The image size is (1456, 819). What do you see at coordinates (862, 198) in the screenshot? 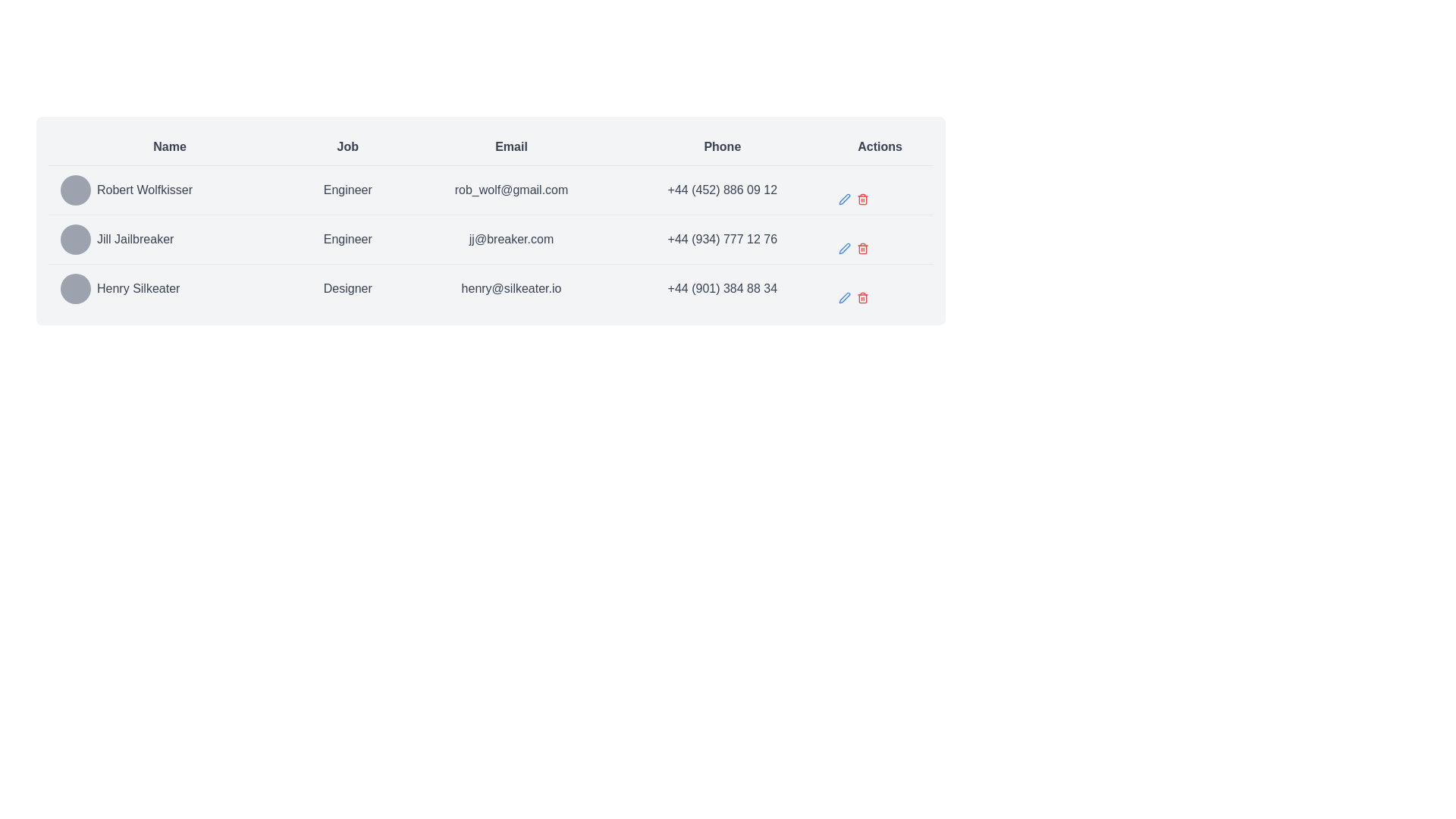
I see `the delete button located to the right of the blue pencil-shaped 'edit' icon` at bounding box center [862, 198].